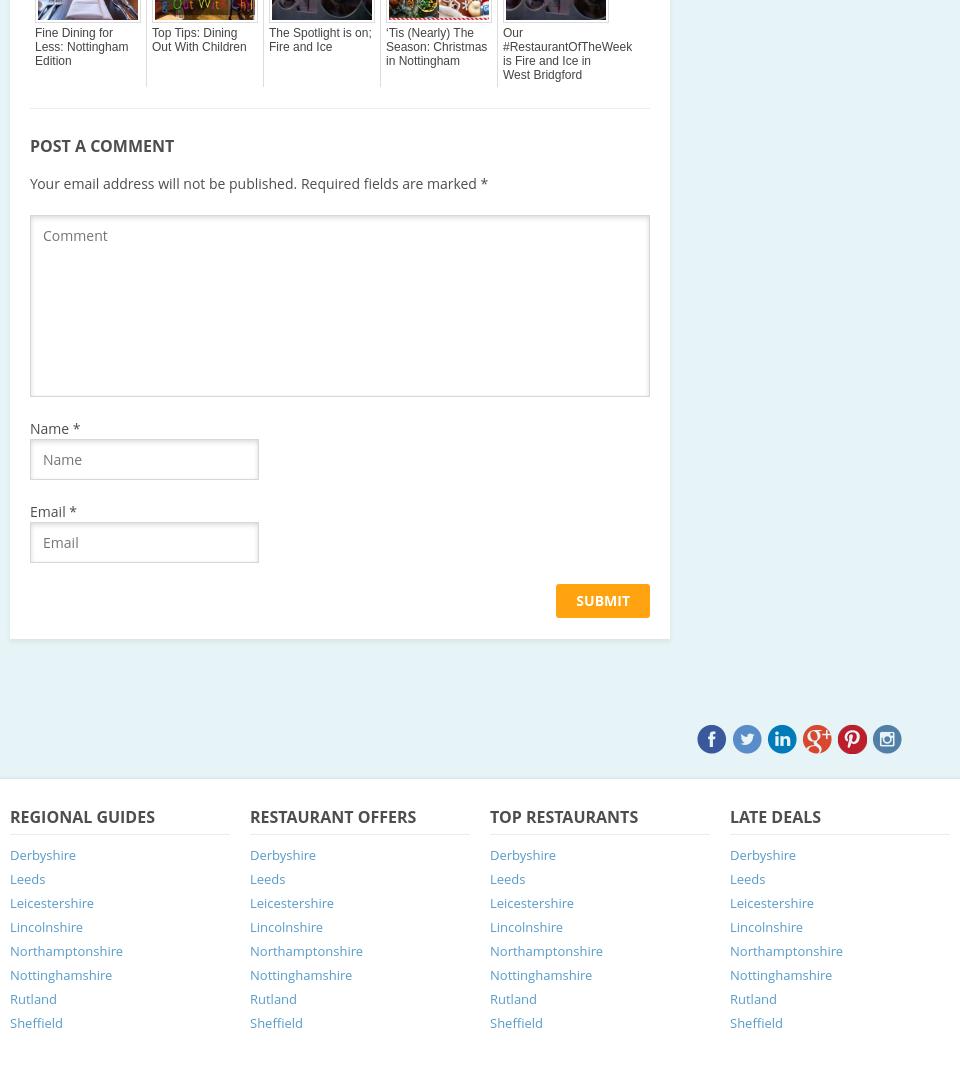  What do you see at coordinates (436, 45) in the screenshot?
I see `'‘Tis (Nearly) The Season: Christmas in Nottingham'` at bounding box center [436, 45].